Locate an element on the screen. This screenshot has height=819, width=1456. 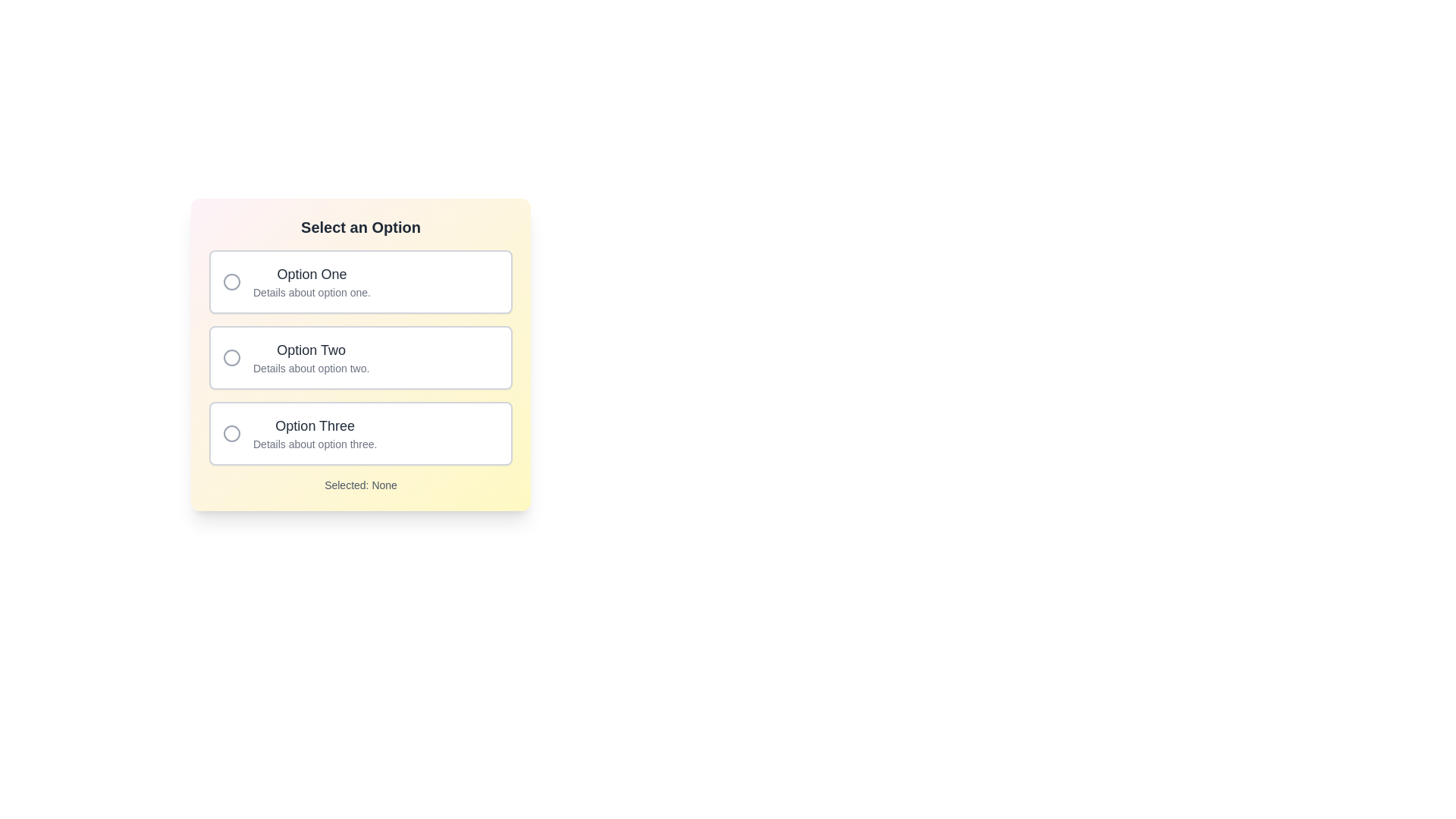
information from the Text Content Block which contains the header 'Option One' and the details 'Details about option one.' located below the circular radio button in the first option card is located at coordinates (311, 281).